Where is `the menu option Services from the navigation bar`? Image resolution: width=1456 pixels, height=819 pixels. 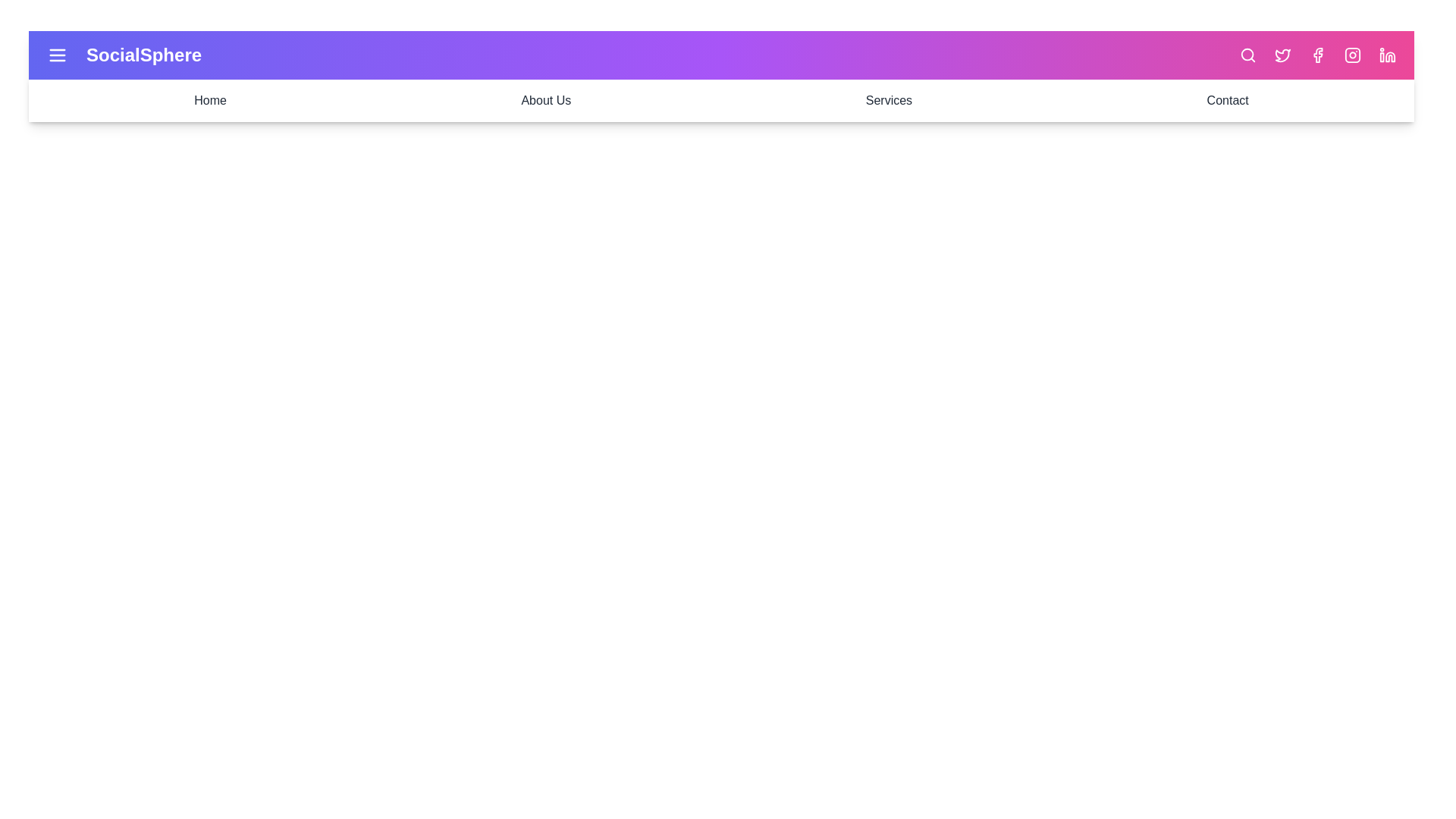
the menu option Services from the navigation bar is located at coordinates (889, 100).